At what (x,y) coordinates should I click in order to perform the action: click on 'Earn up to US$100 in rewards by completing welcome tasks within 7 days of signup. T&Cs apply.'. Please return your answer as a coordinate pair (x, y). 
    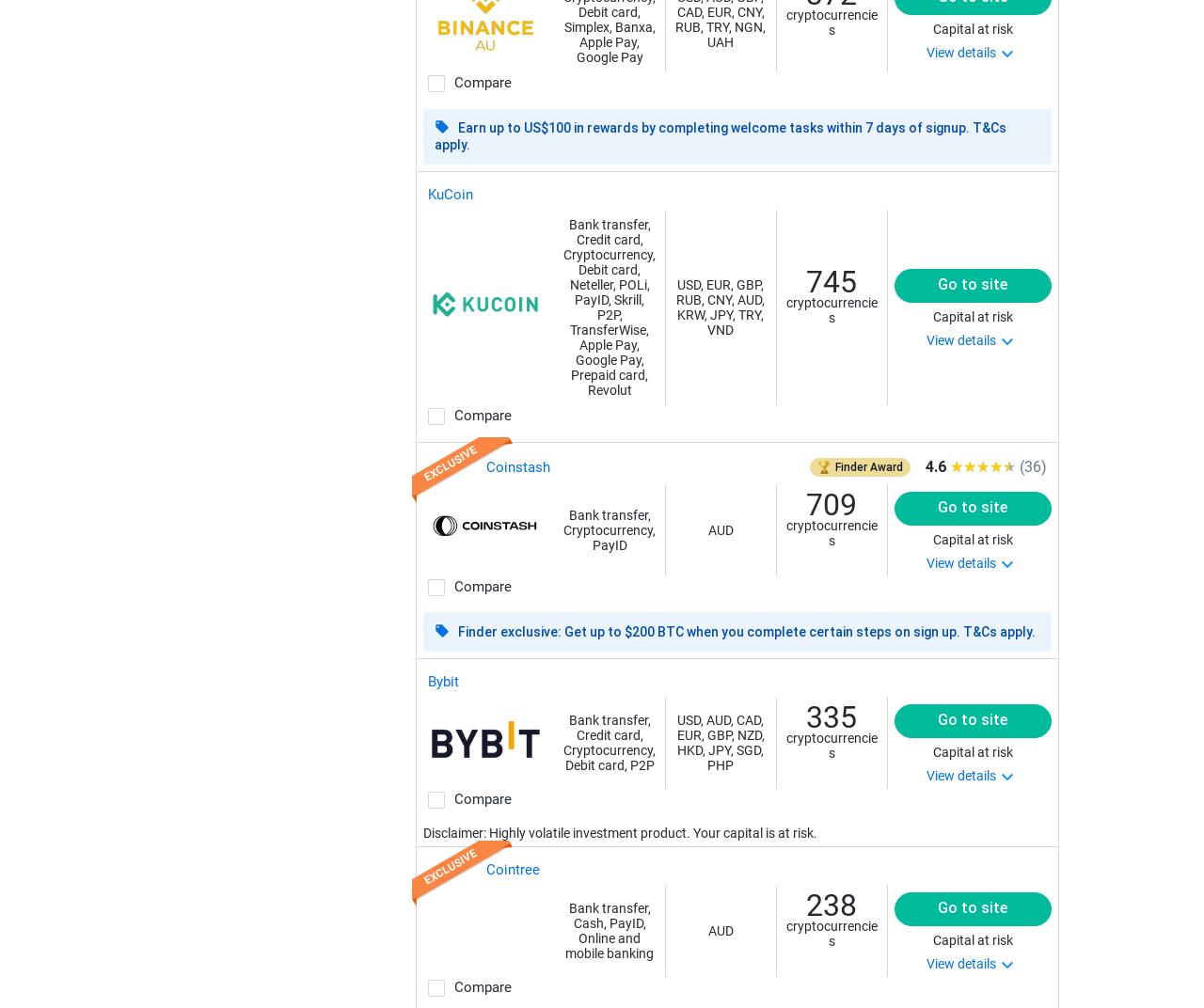
    Looking at the image, I should click on (719, 135).